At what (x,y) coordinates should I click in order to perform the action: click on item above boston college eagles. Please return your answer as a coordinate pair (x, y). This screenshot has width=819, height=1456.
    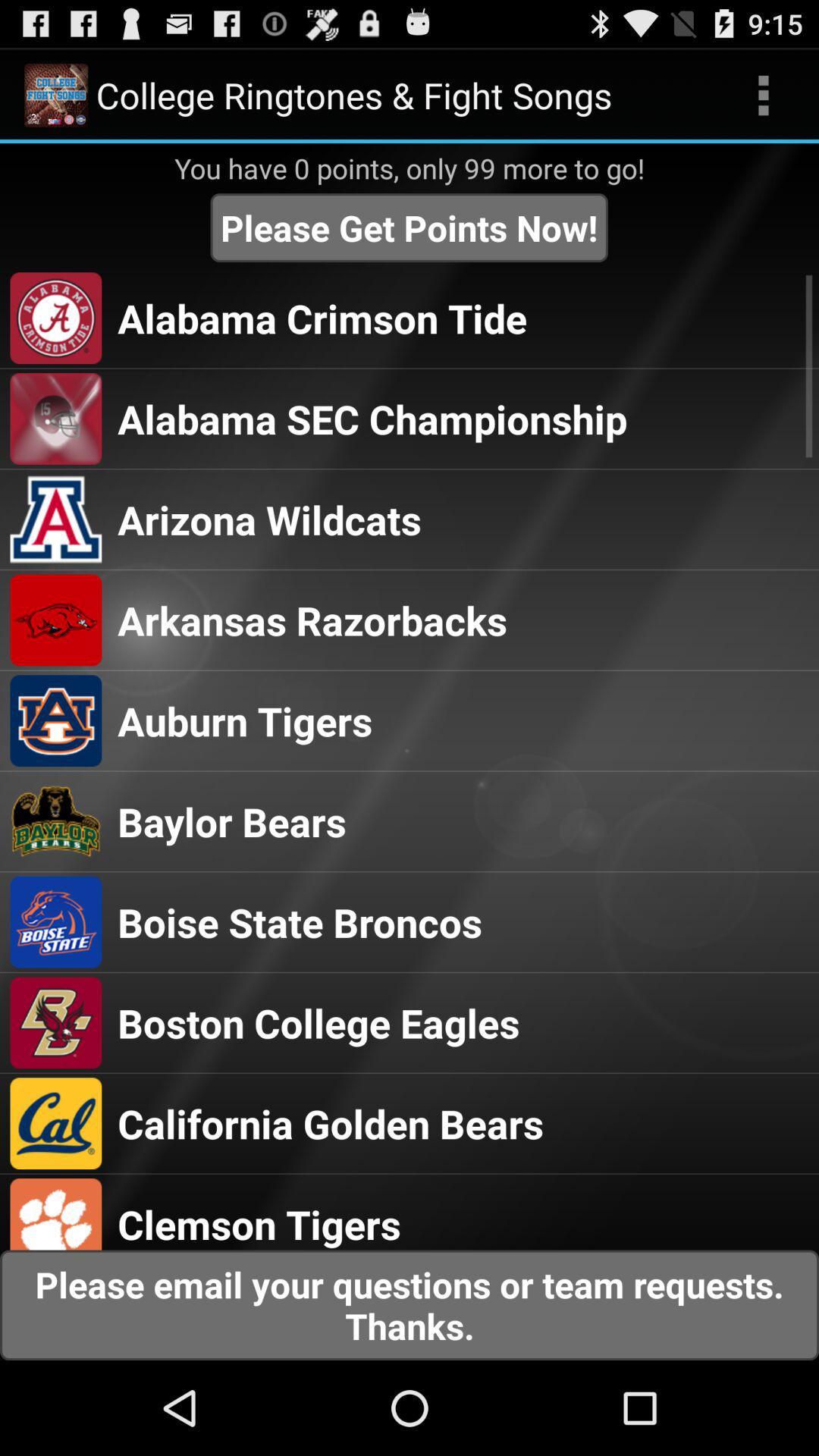
    Looking at the image, I should click on (300, 921).